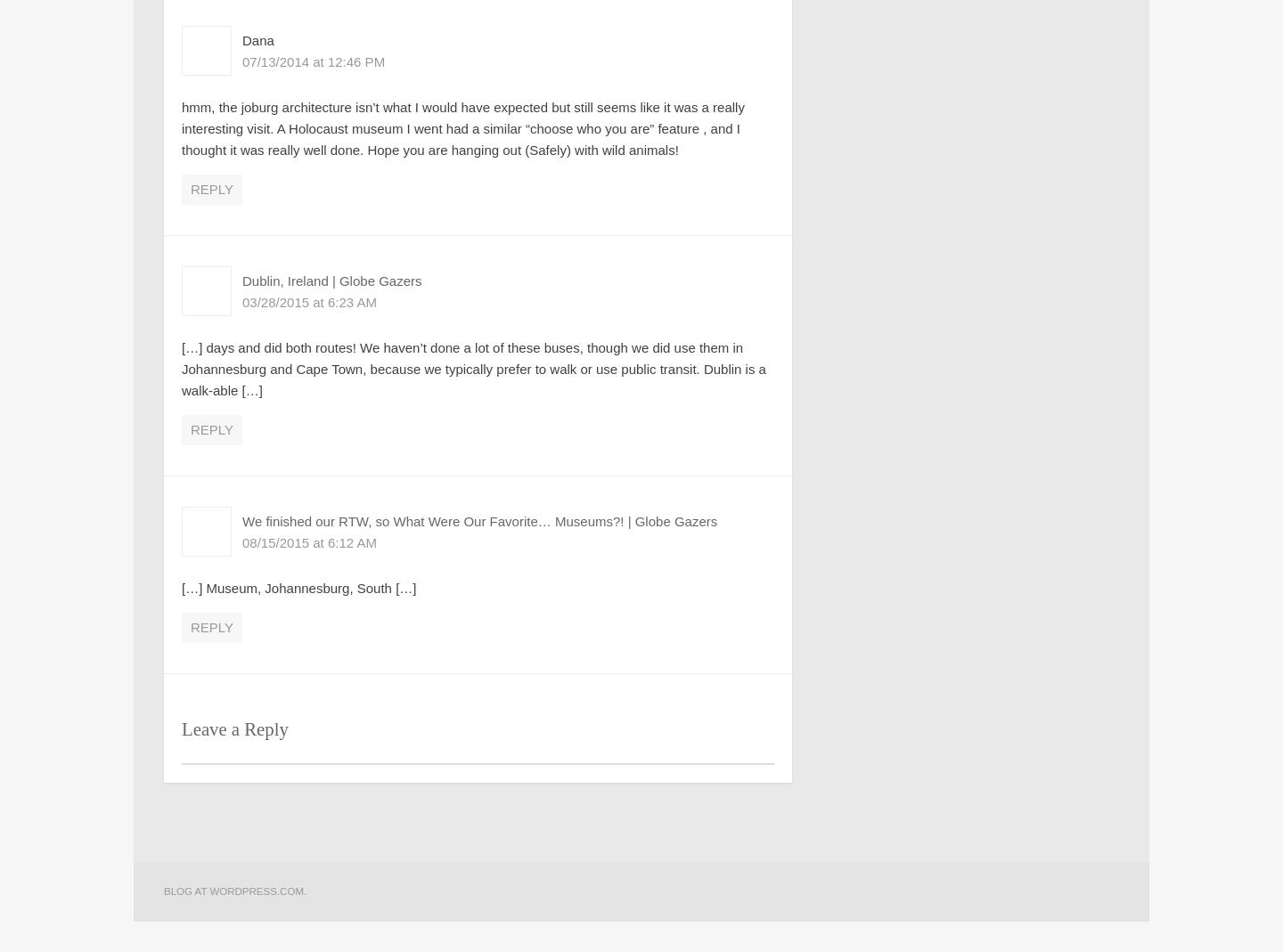 This screenshot has height=952, width=1283. What do you see at coordinates (478, 521) in the screenshot?
I see `'We finished our RTW, so What Were Our Favorite… Museums?! | Globe Gazers'` at bounding box center [478, 521].